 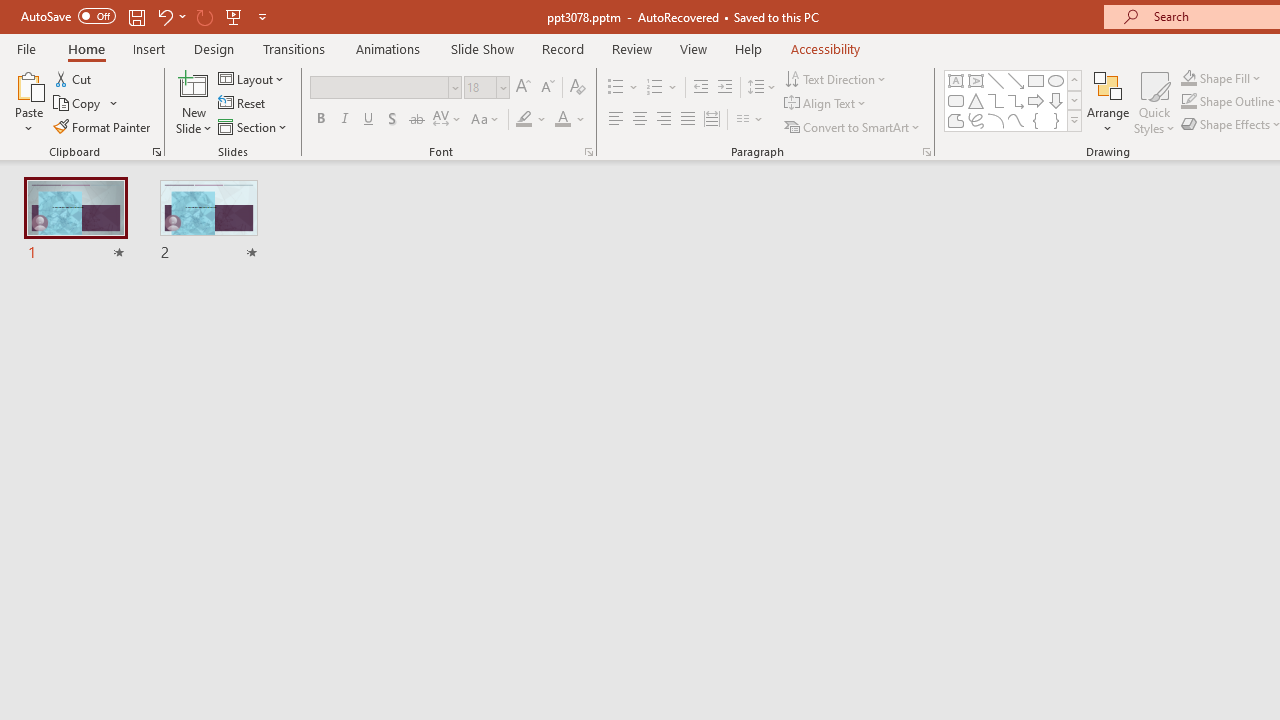 What do you see at coordinates (976, 100) in the screenshot?
I see `'Isosceles Triangle'` at bounding box center [976, 100].